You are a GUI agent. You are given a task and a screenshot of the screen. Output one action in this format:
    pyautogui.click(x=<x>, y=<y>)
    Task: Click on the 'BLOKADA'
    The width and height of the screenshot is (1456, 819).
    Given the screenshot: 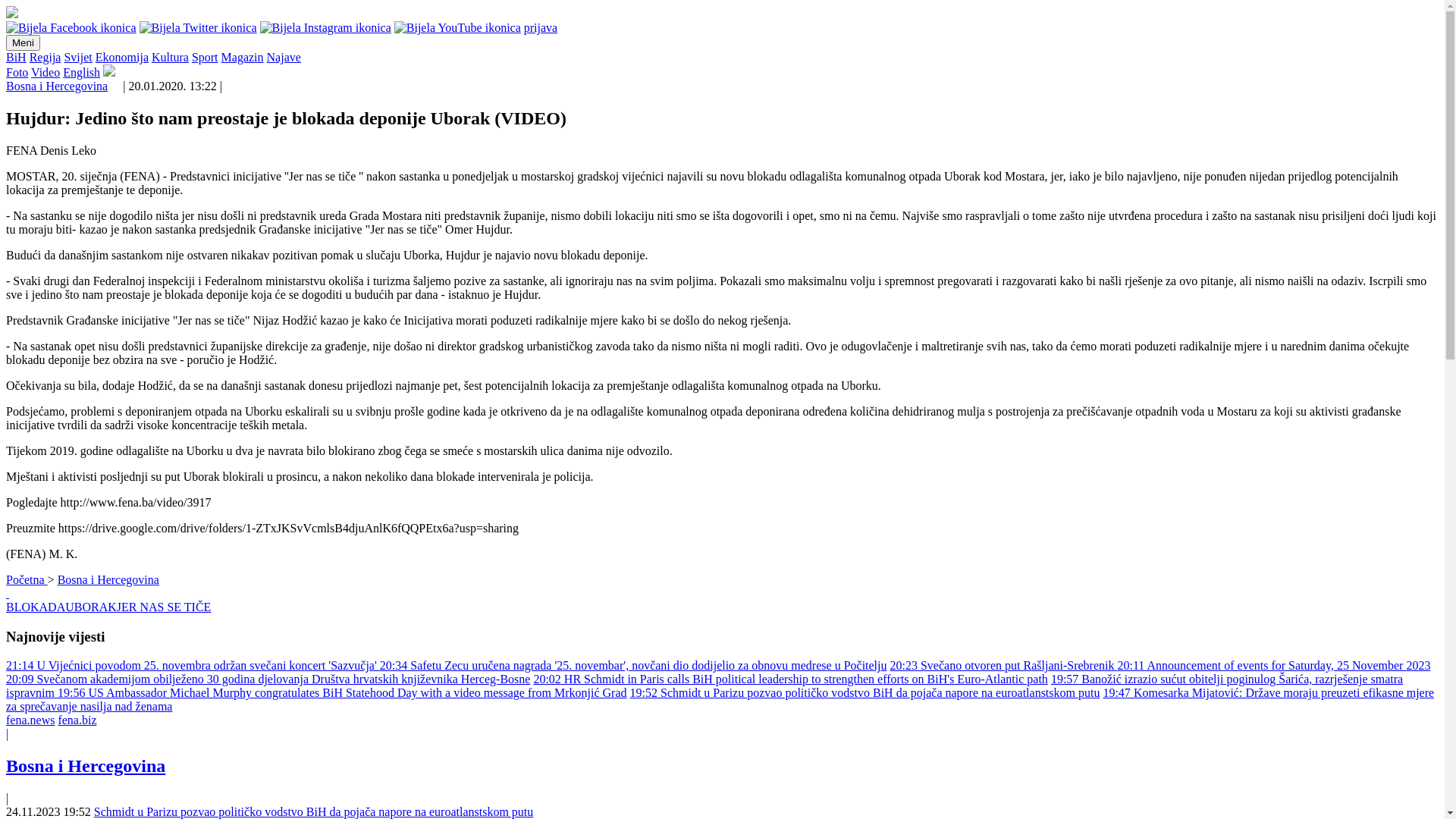 What is the action you would take?
    pyautogui.click(x=36, y=606)
    